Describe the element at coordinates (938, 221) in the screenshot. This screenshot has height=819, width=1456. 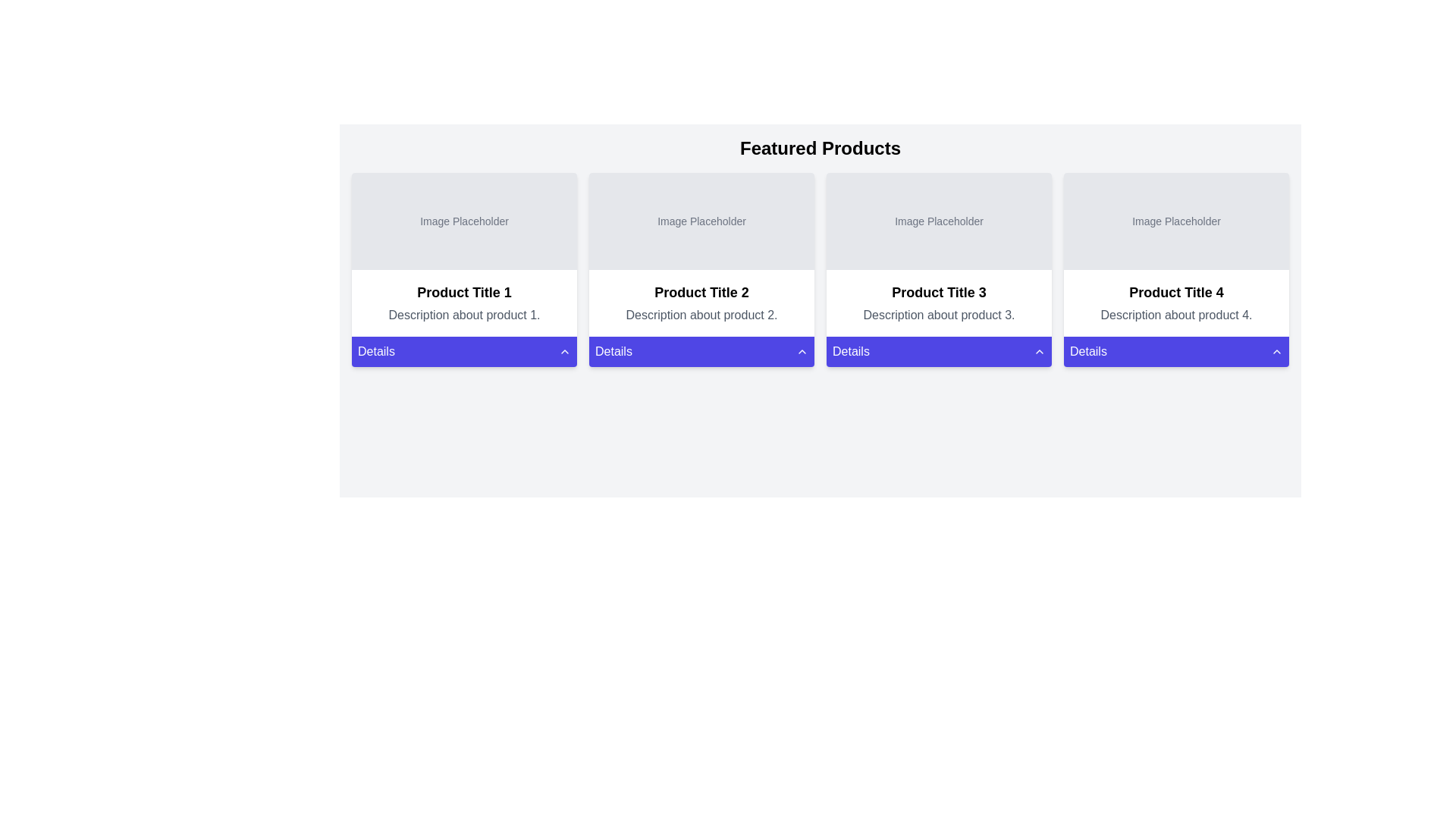
I see `the static text label that indicates a placeholder for an image, located in the top-center area of the third product card in a grid layout` at that location.